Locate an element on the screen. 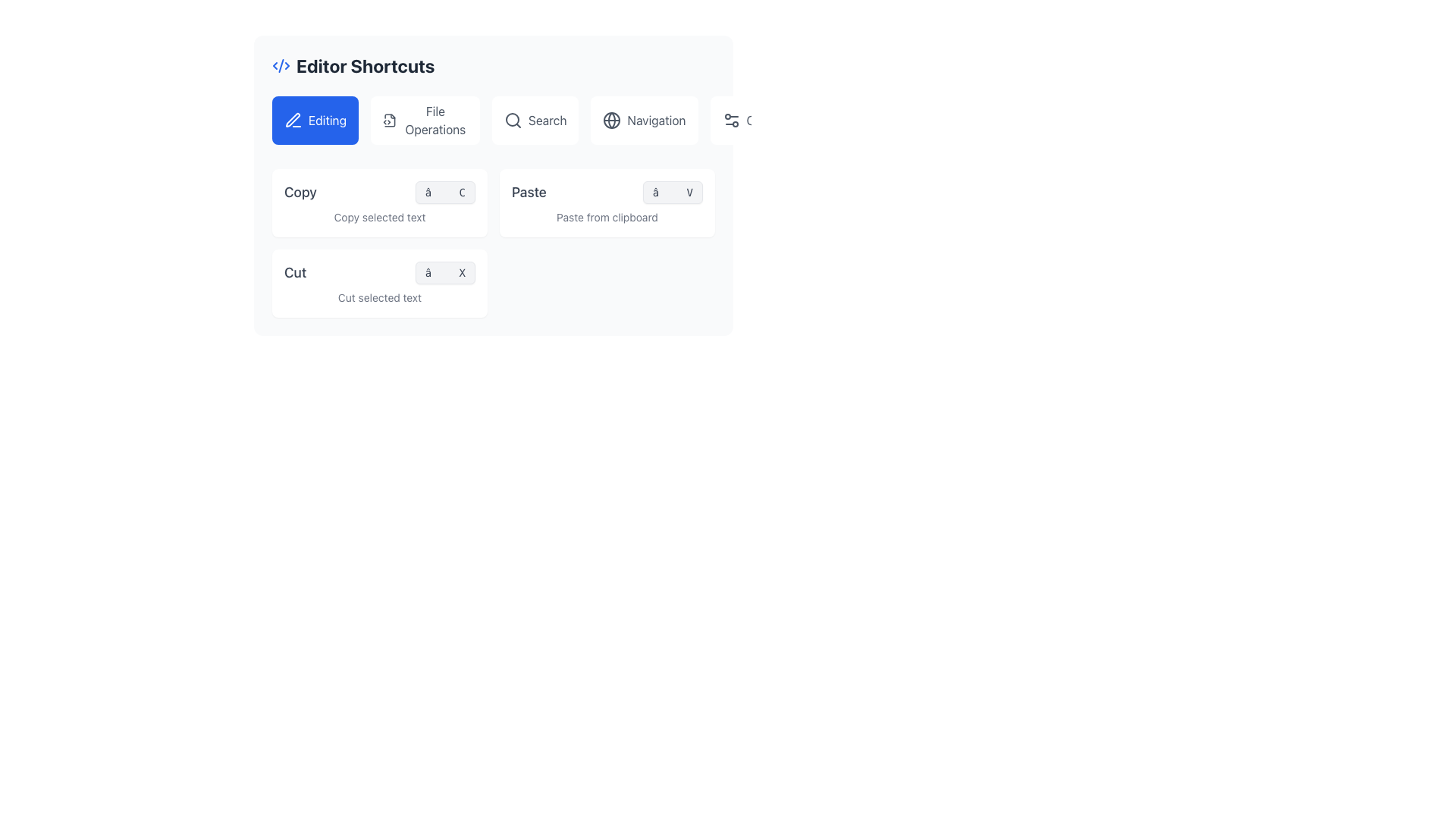 The height and width of the screenshot is (819, 1456). informational text label that reads 'Paste from clipboard', which is styled in a smaller font size with a light gray color, located below the header 'Paste' is located at coordinates (607, 217).